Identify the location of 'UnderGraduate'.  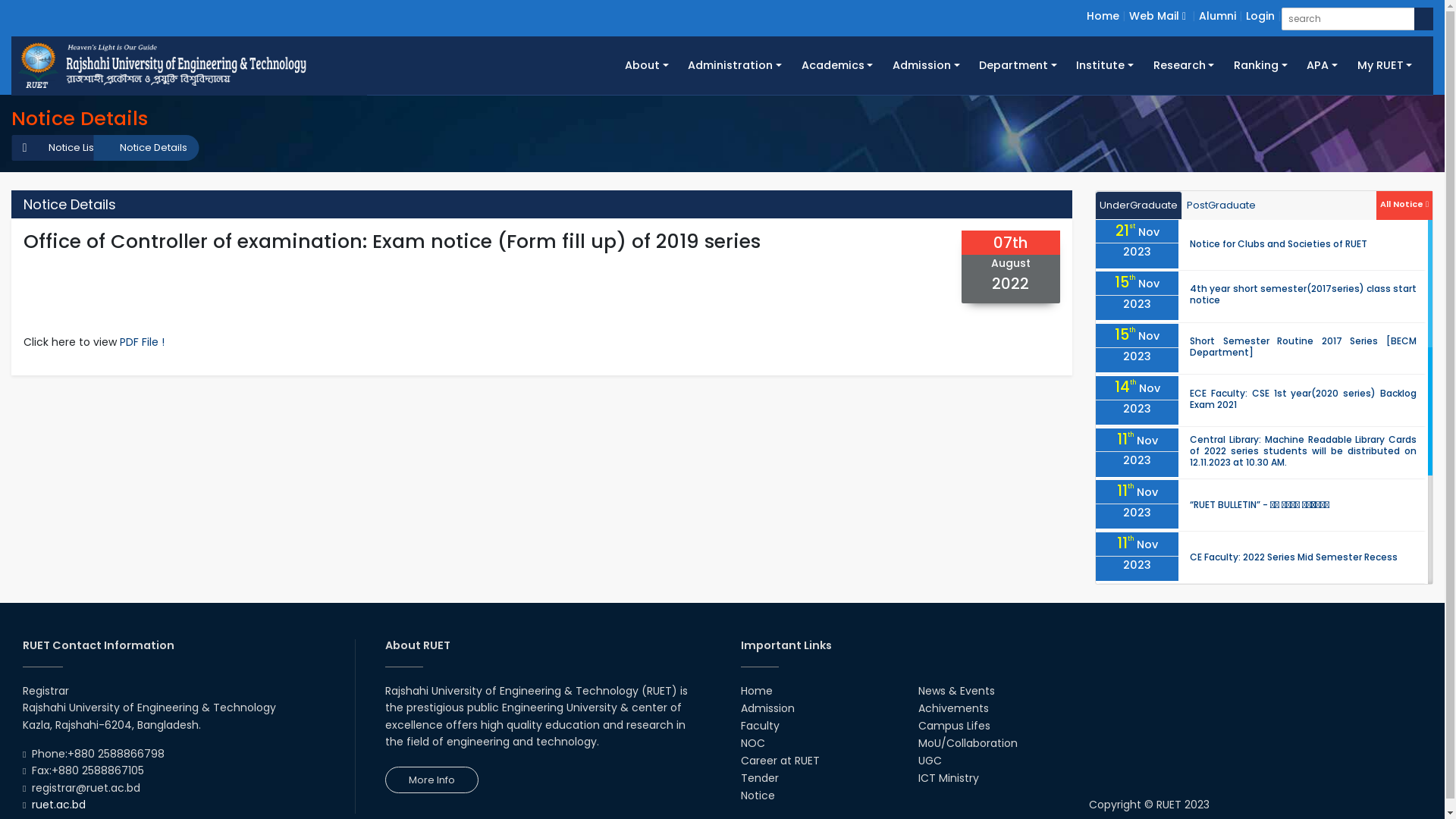
(1139, 206).